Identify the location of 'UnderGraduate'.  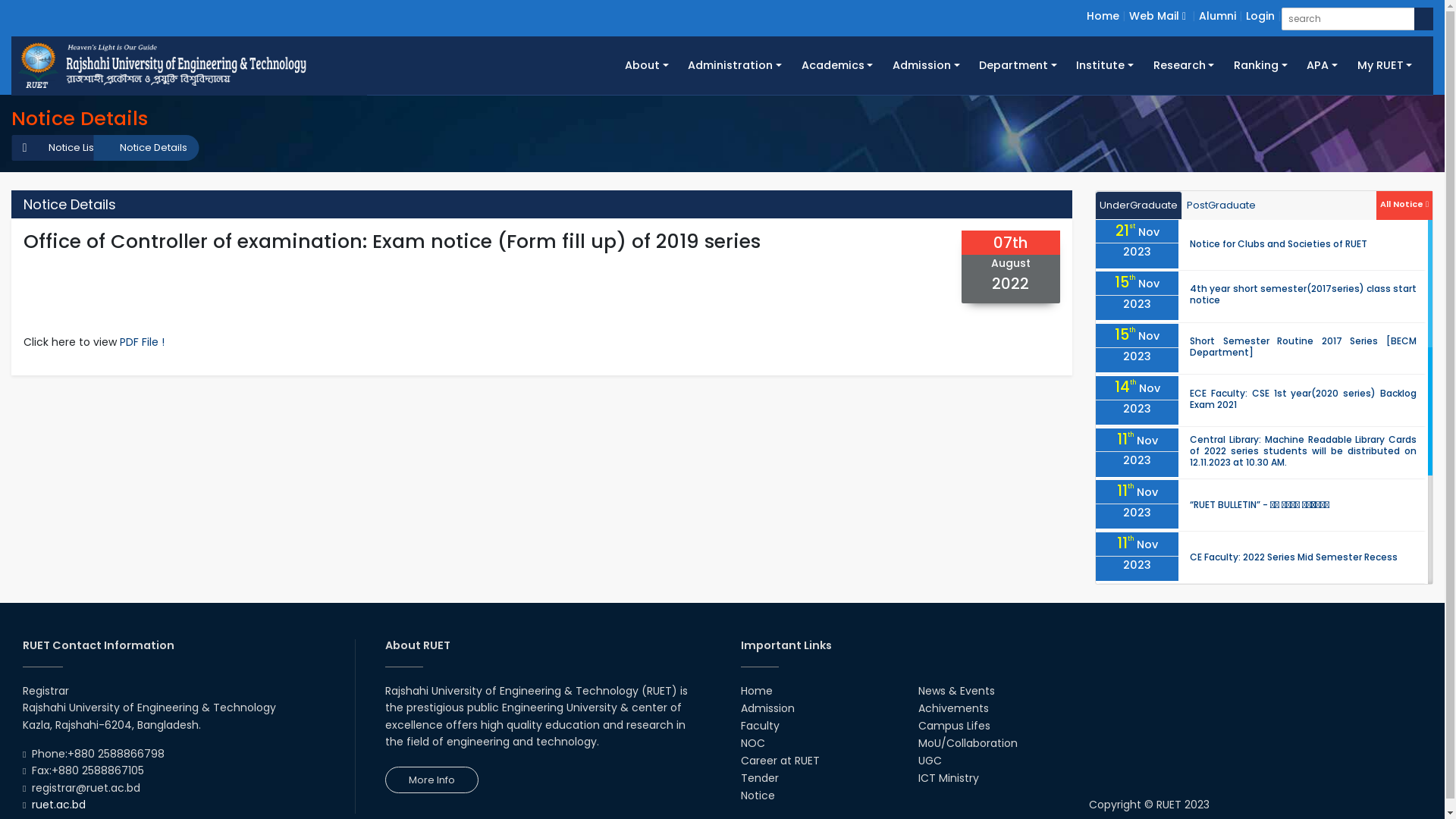
(1139, 206).